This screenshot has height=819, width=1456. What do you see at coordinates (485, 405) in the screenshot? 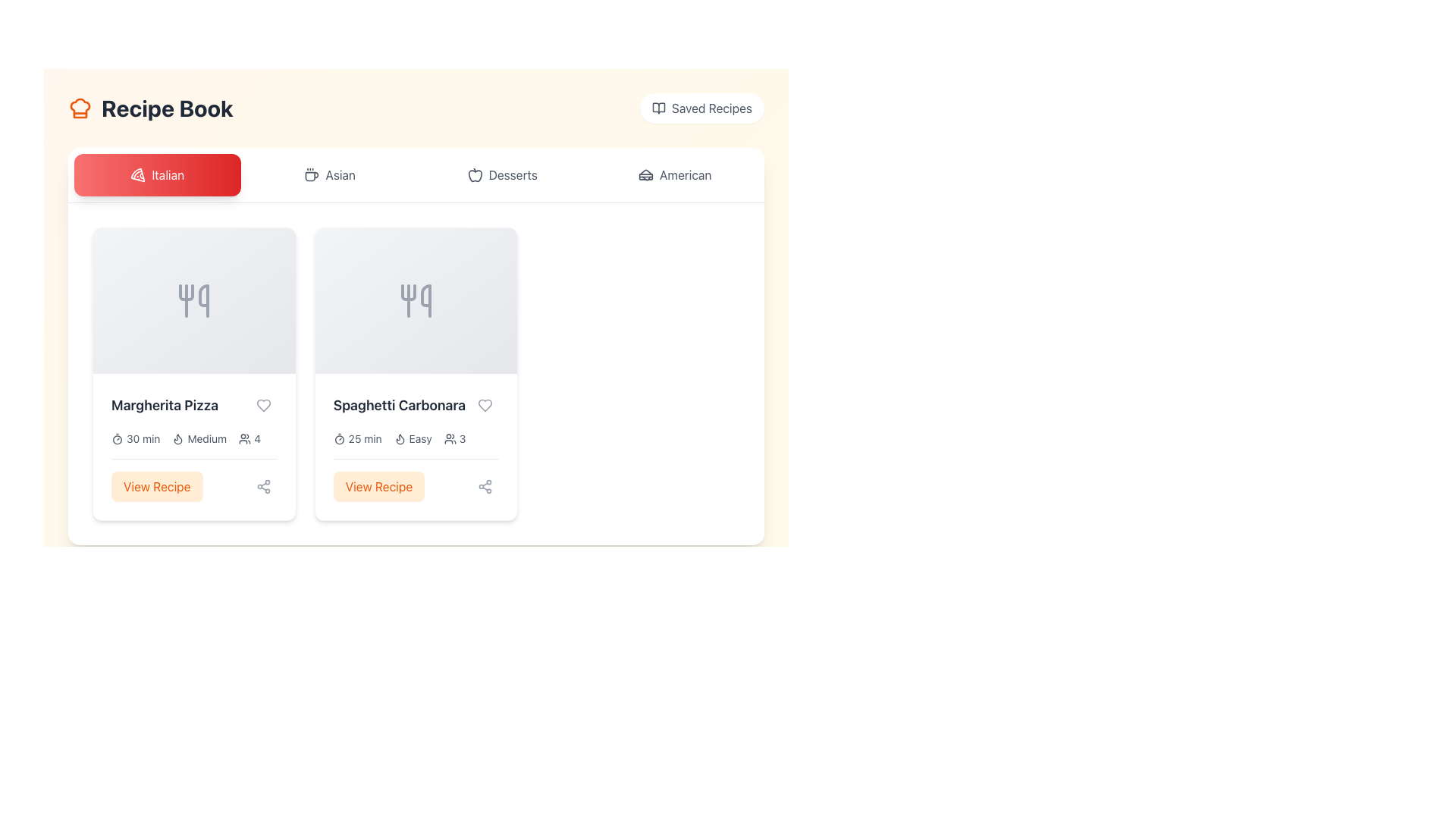
I see `the heart-shaped icon button located in the upper-right corner of the 'Spaghetti Carbonara' recipe card` at bounding box center [485, 405].